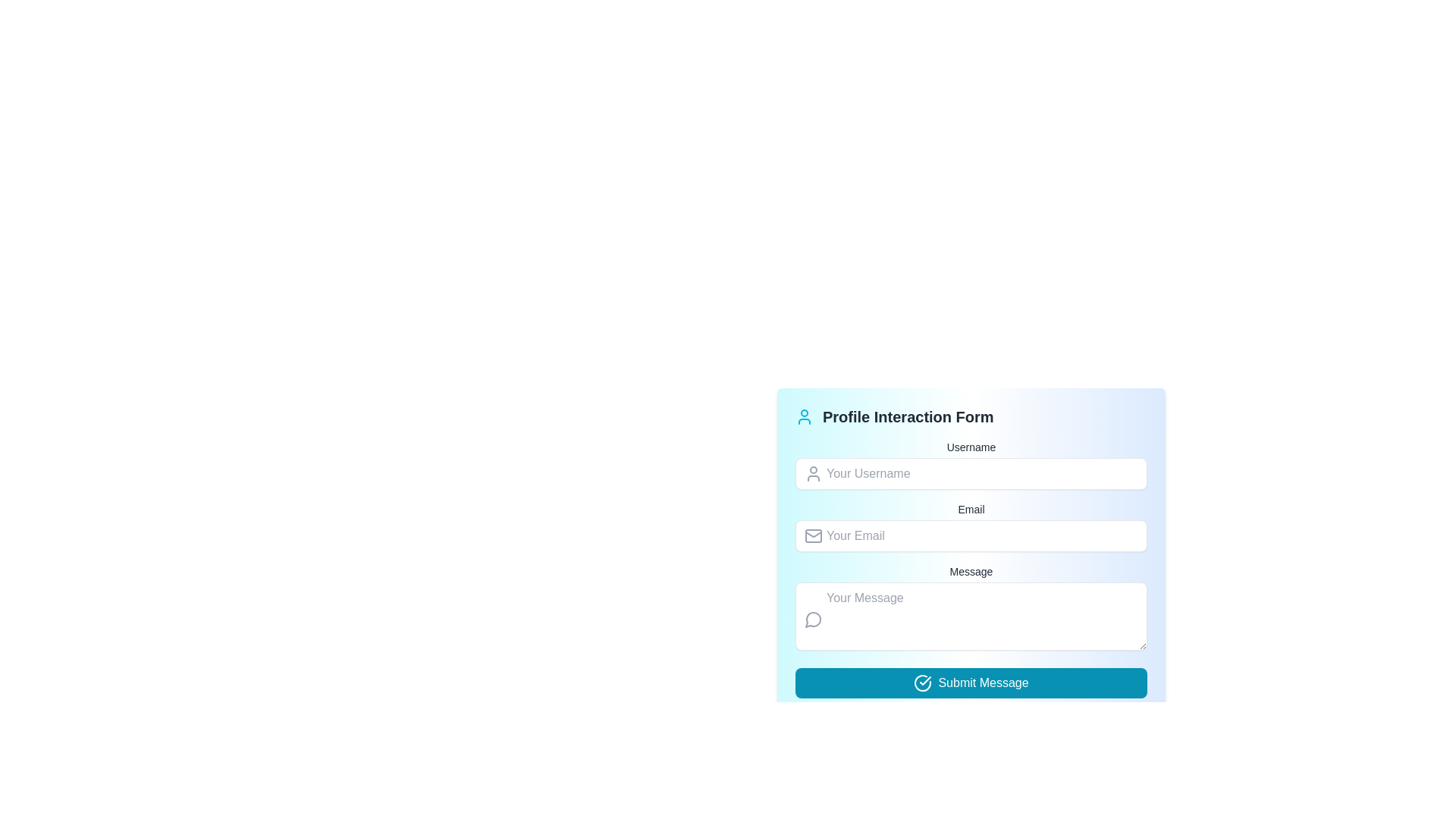 This screenshot has width=1456, height=819. What do you see at coordinates (971, 417) in the screenshot?
I see `the Header text element` at bounding box center [971, 417].